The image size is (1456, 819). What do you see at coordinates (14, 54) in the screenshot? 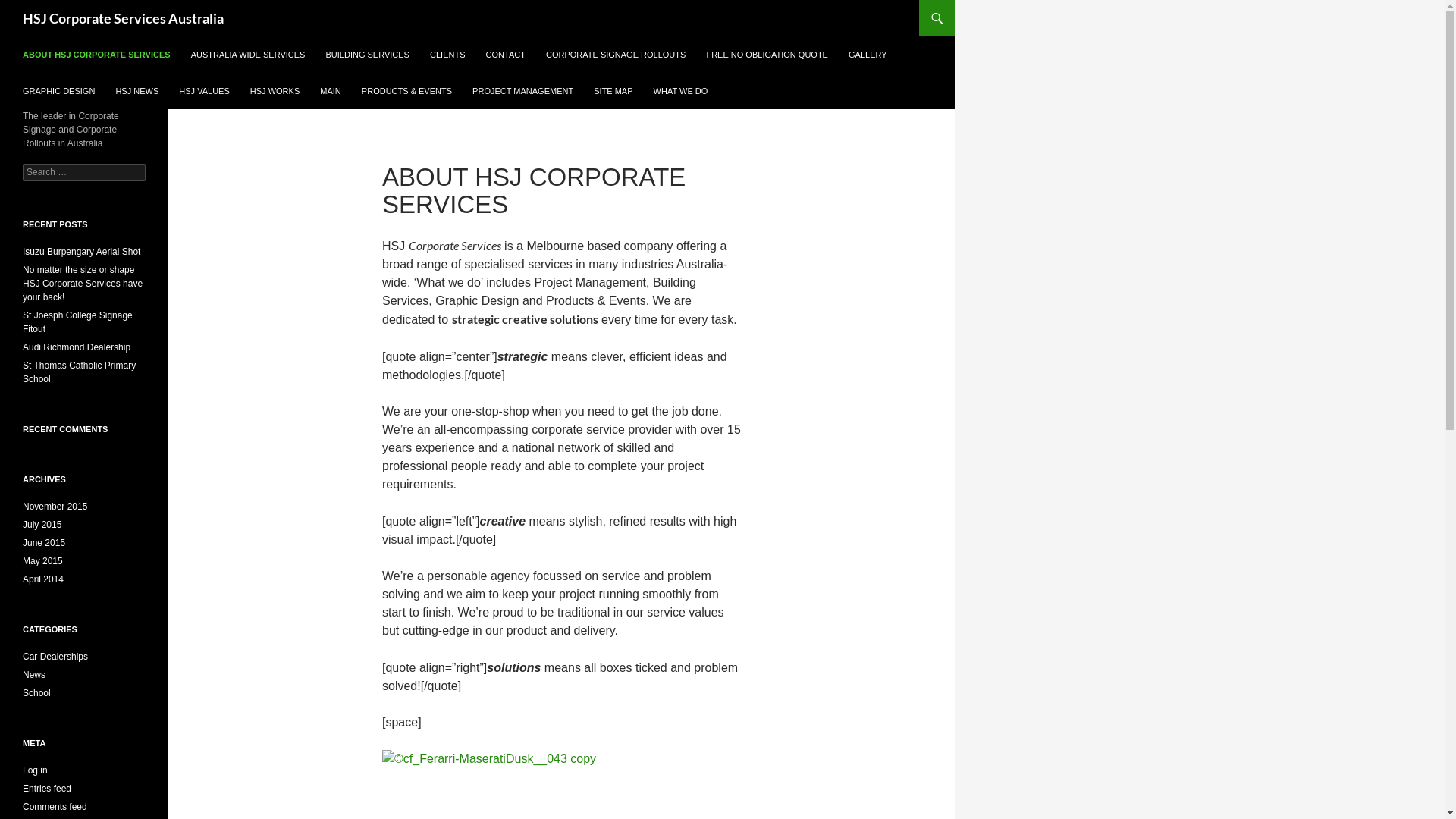
I see `'ABOUT HSJ CORPORATE SERVICES'` at bounding box center [14, 54].